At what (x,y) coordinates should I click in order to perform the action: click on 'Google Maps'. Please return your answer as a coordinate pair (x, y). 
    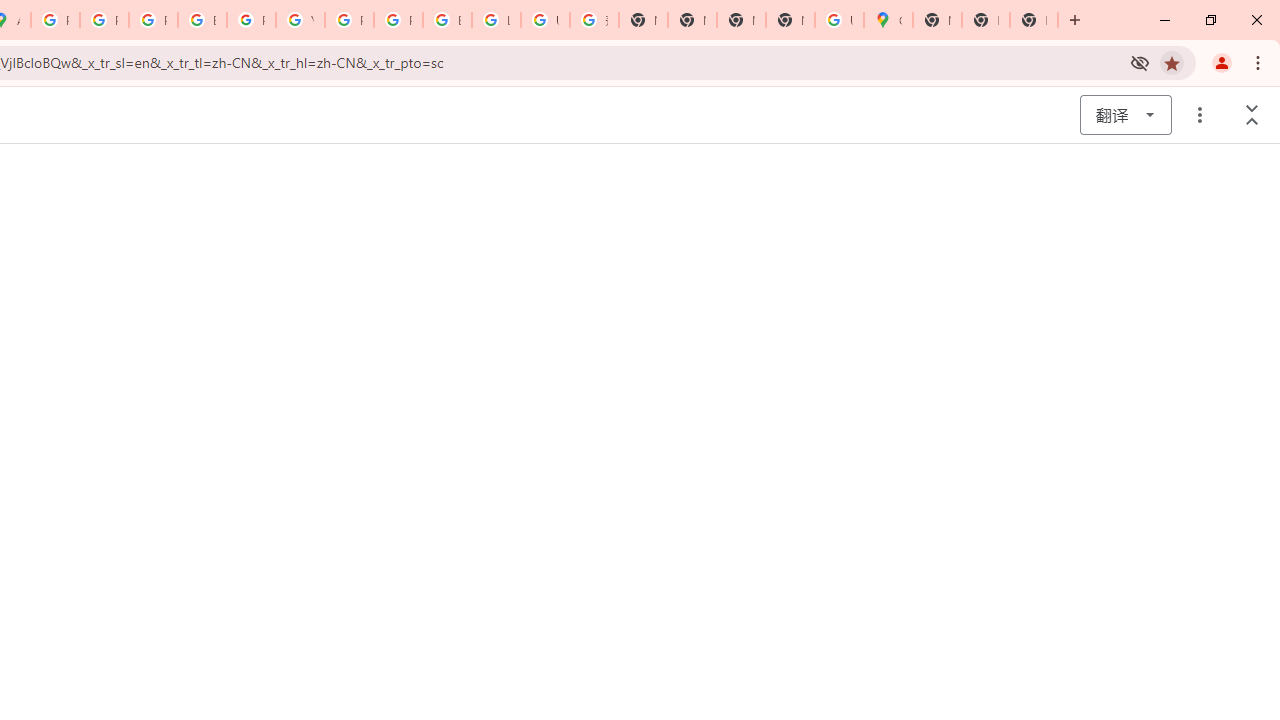
    Looking at the image, I should click on (887, 20).